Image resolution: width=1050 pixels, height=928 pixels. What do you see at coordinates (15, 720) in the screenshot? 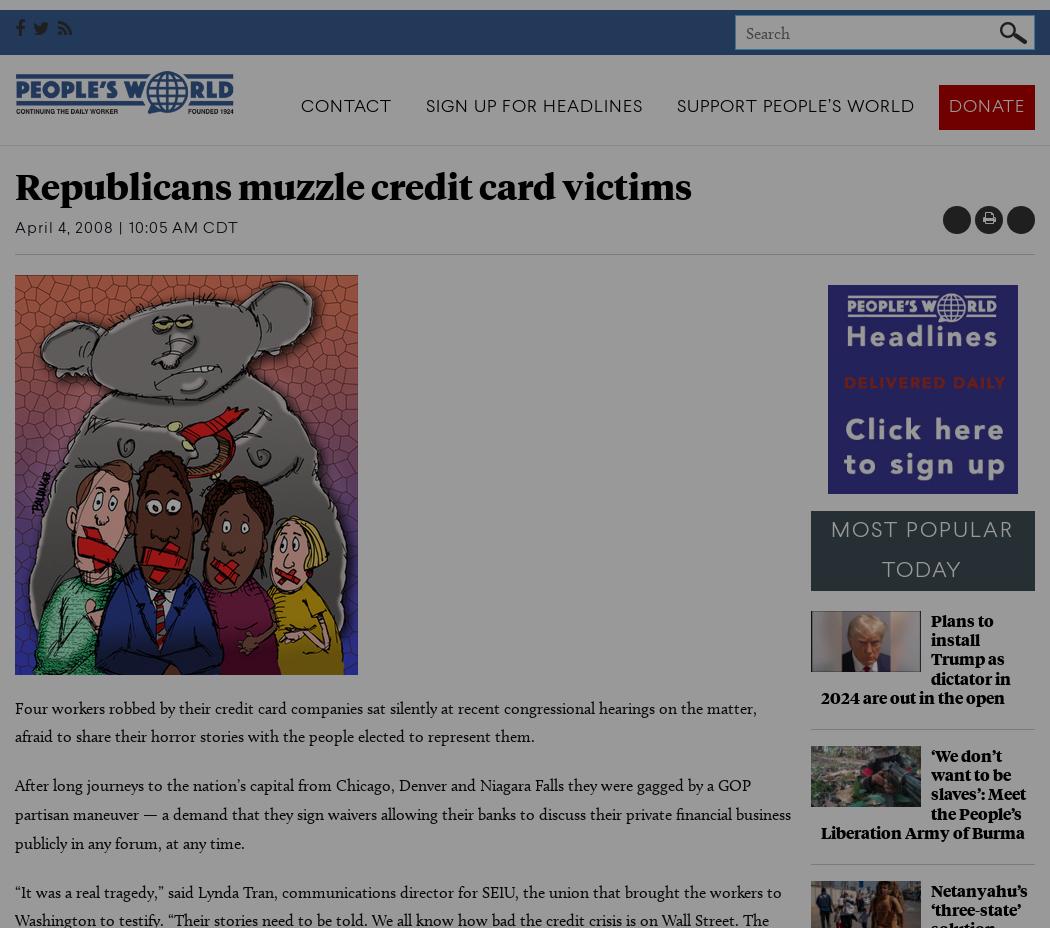
I see `'Four workers robbed by their credit card companies sat silently at recent congressional hearings on the matter, afraid to share their horror stories with the people elected to represent them.'` at bounding box center [15, 720].